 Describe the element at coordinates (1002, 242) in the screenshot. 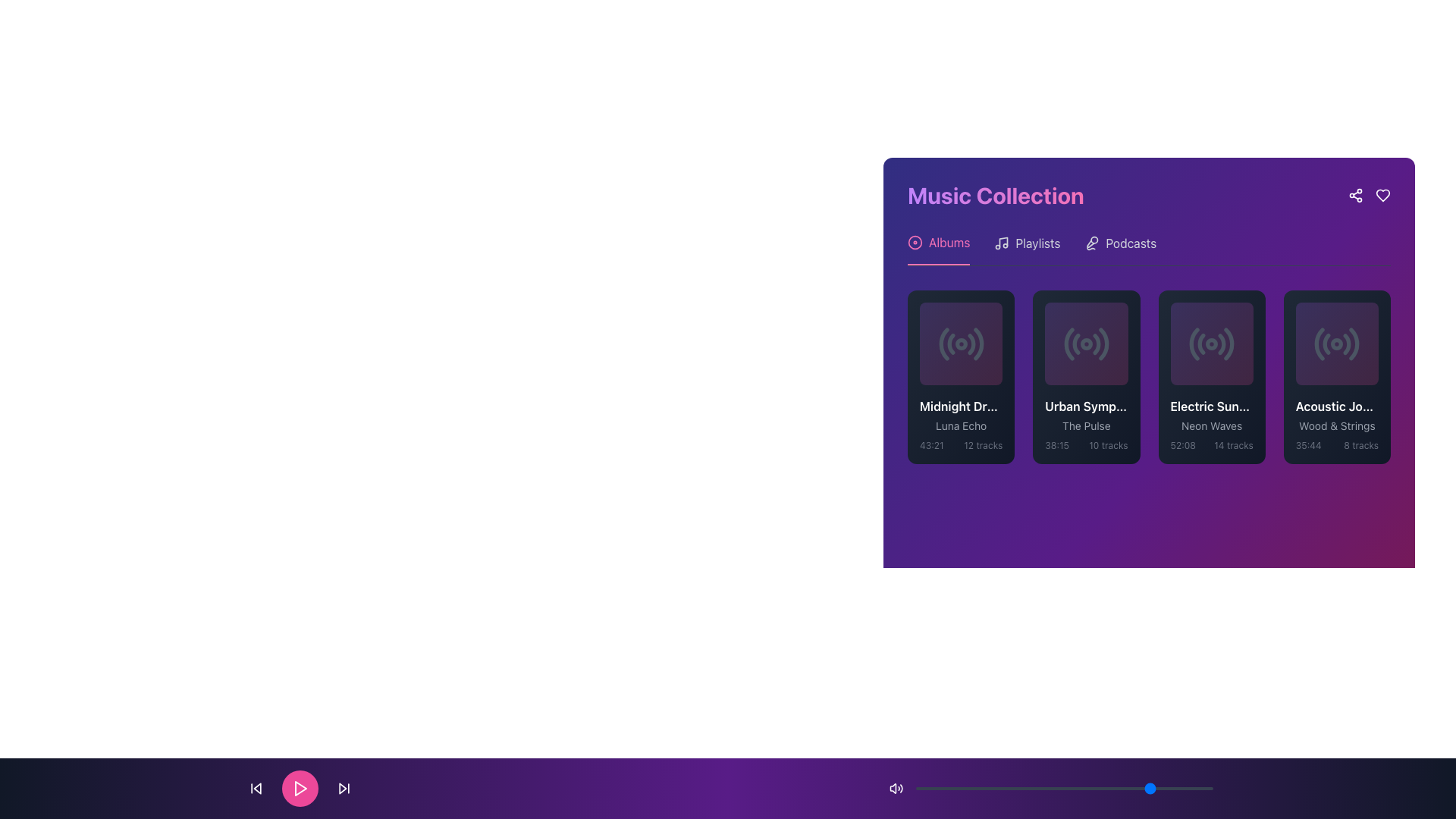

I see `the music icon element, which is a minimalist musical note displayed in light gray against a purple background, located in the 'Playlists' section header, to the left of the 'Playlists' label` at that location.